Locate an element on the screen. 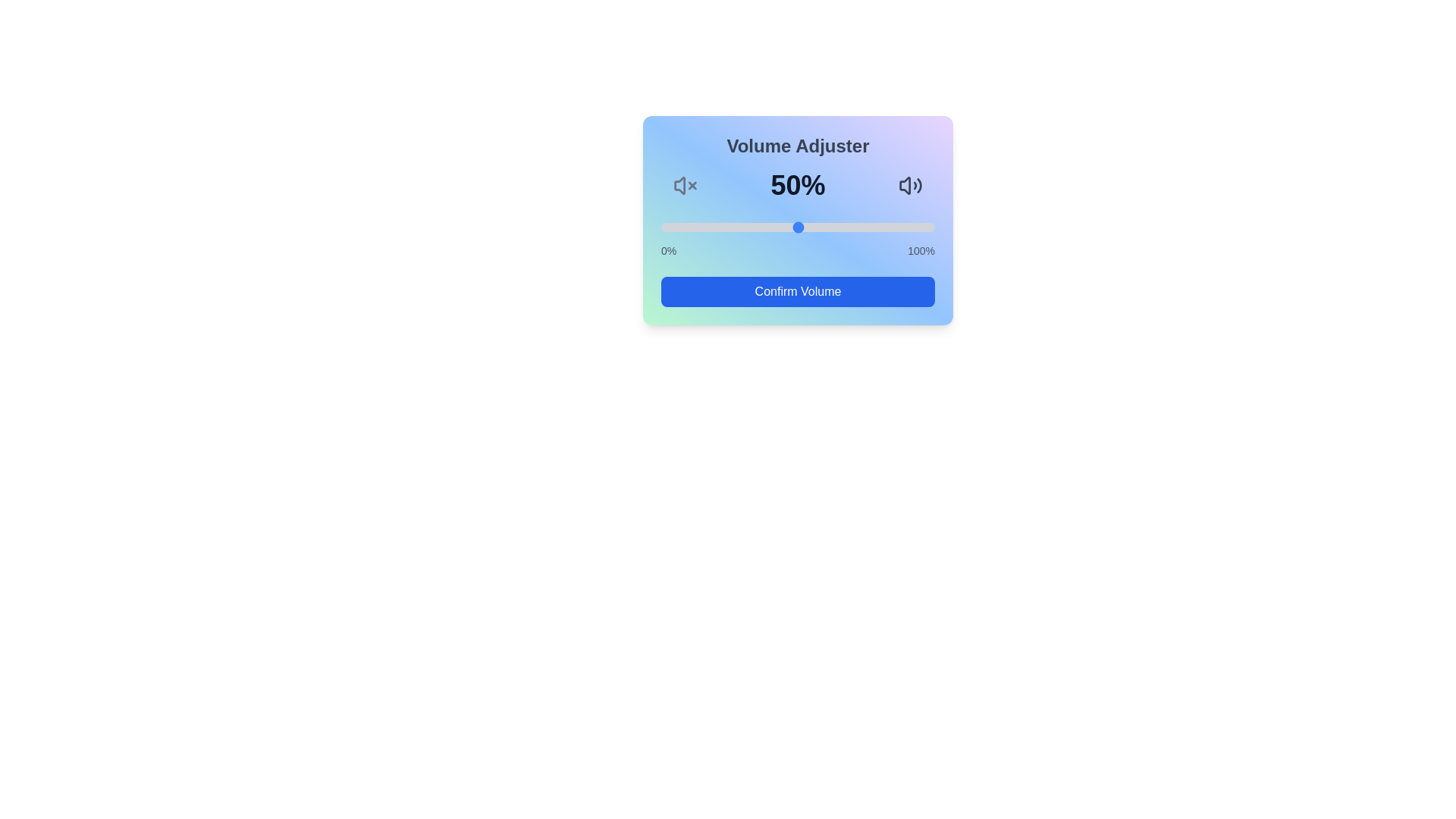 The height and width of the screenshot is (819, 1456). 'Confirm Volume' button is located at coordinates (797, 292).